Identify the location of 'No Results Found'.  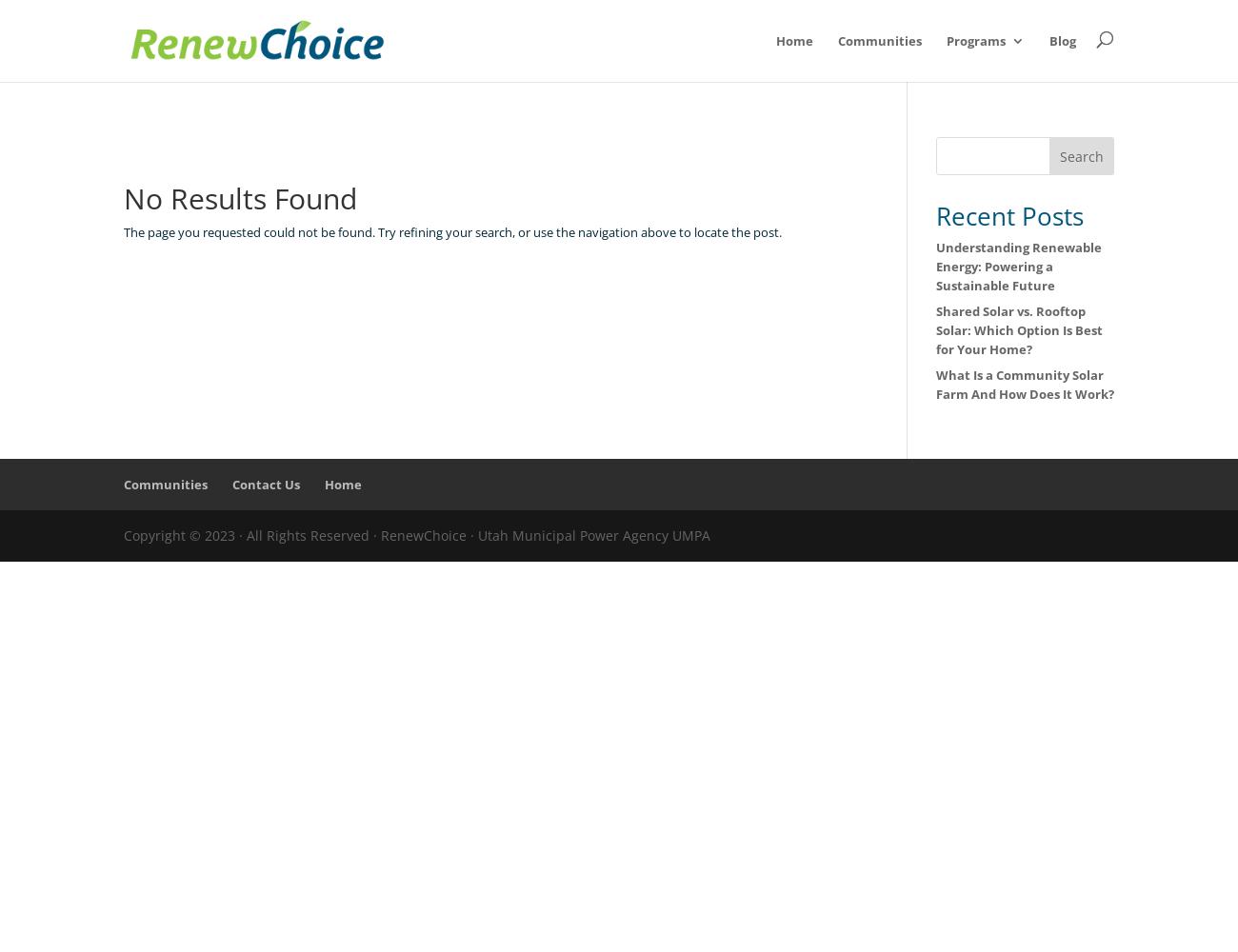
(239, 197).